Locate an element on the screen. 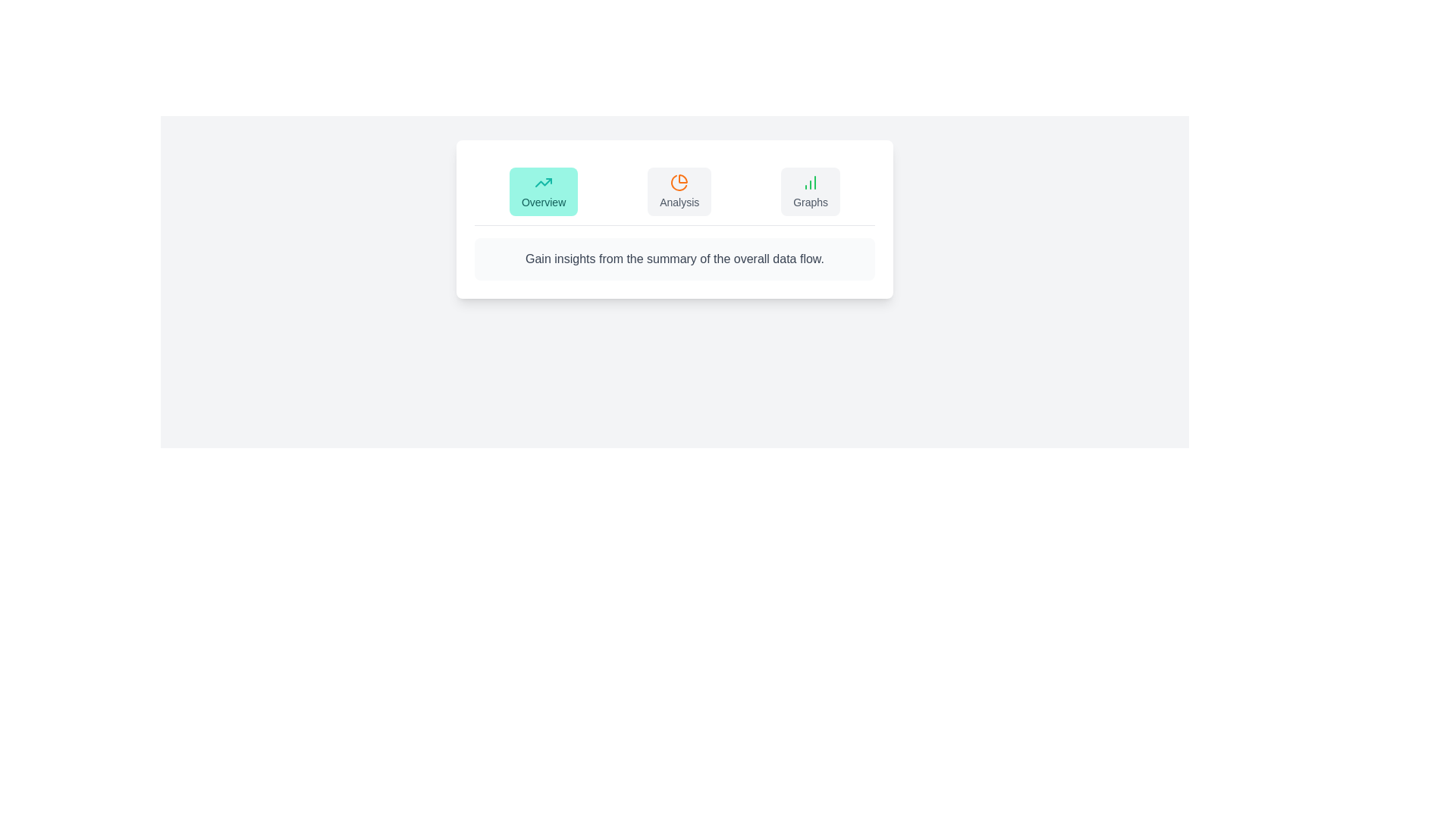 The width and height of the screenshot is (1456, 819). the Analysis tab to view its content is located at coordinates (679, 191).